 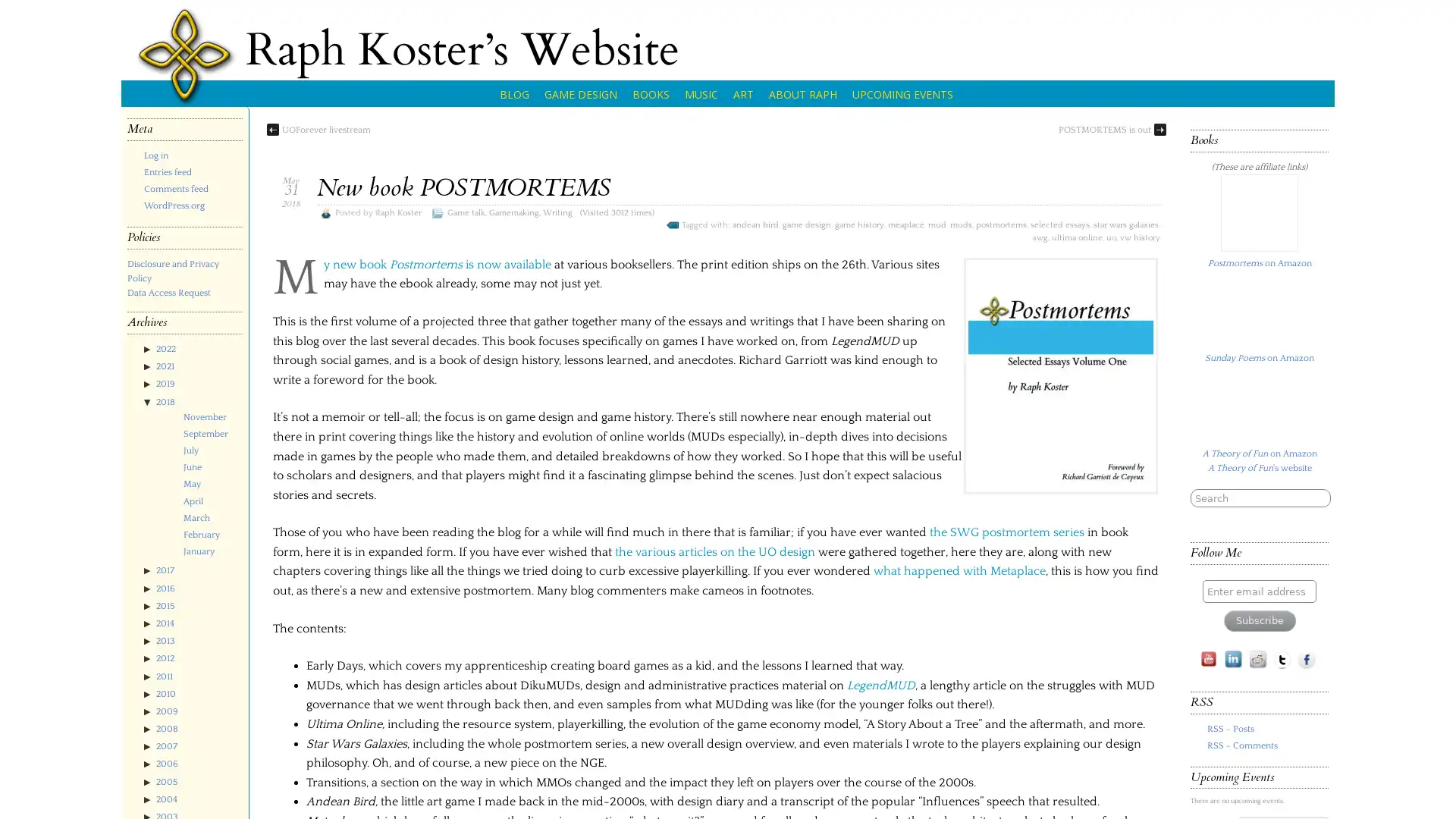 I want to click on Cookie Settings, so click(x=1331, y=792).